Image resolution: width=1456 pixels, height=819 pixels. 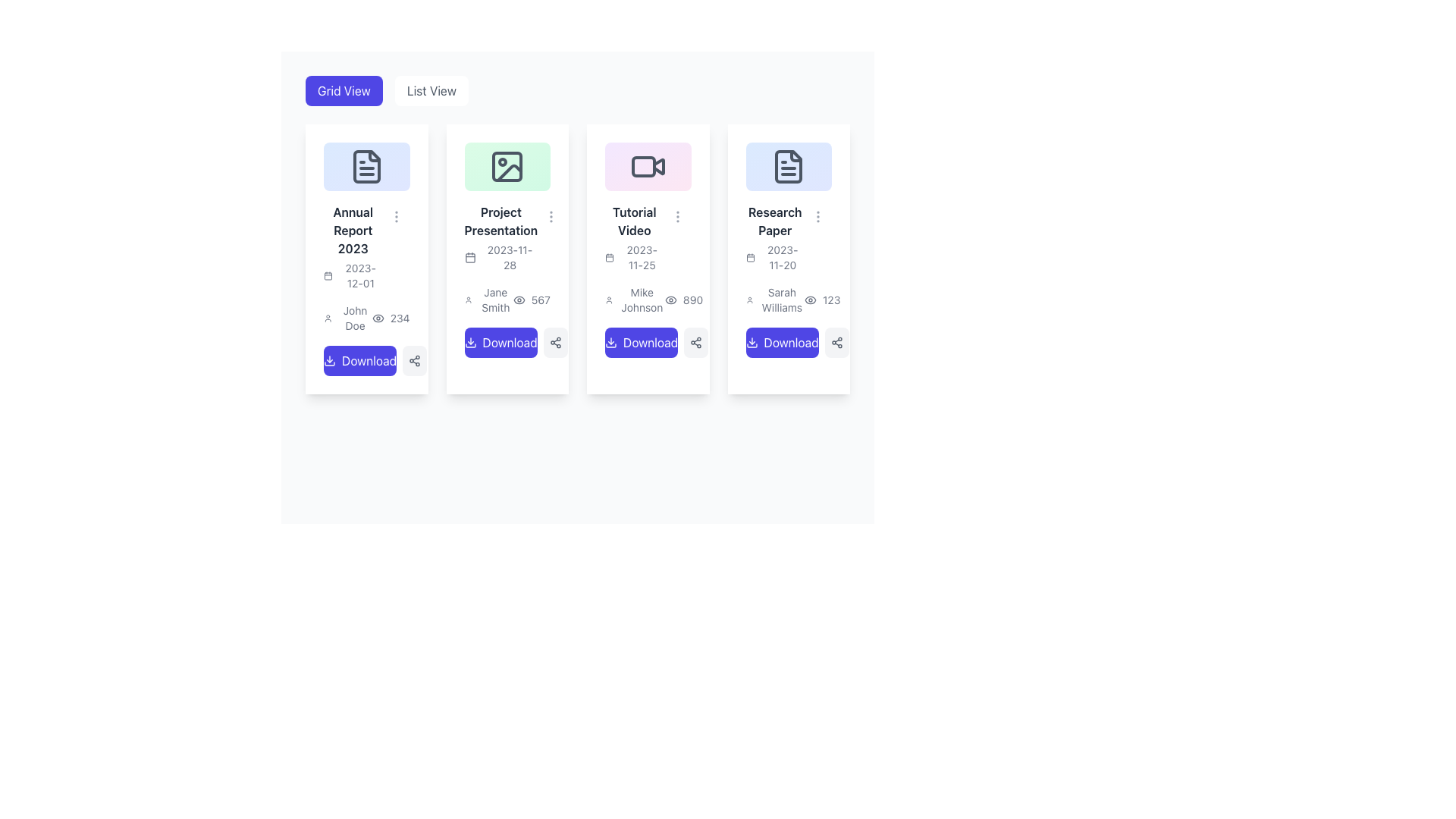 I want to click on the SVG icon resembling a picture frame located at the top of the card labeled 'Project Presentation', so click(x=507, y=166).